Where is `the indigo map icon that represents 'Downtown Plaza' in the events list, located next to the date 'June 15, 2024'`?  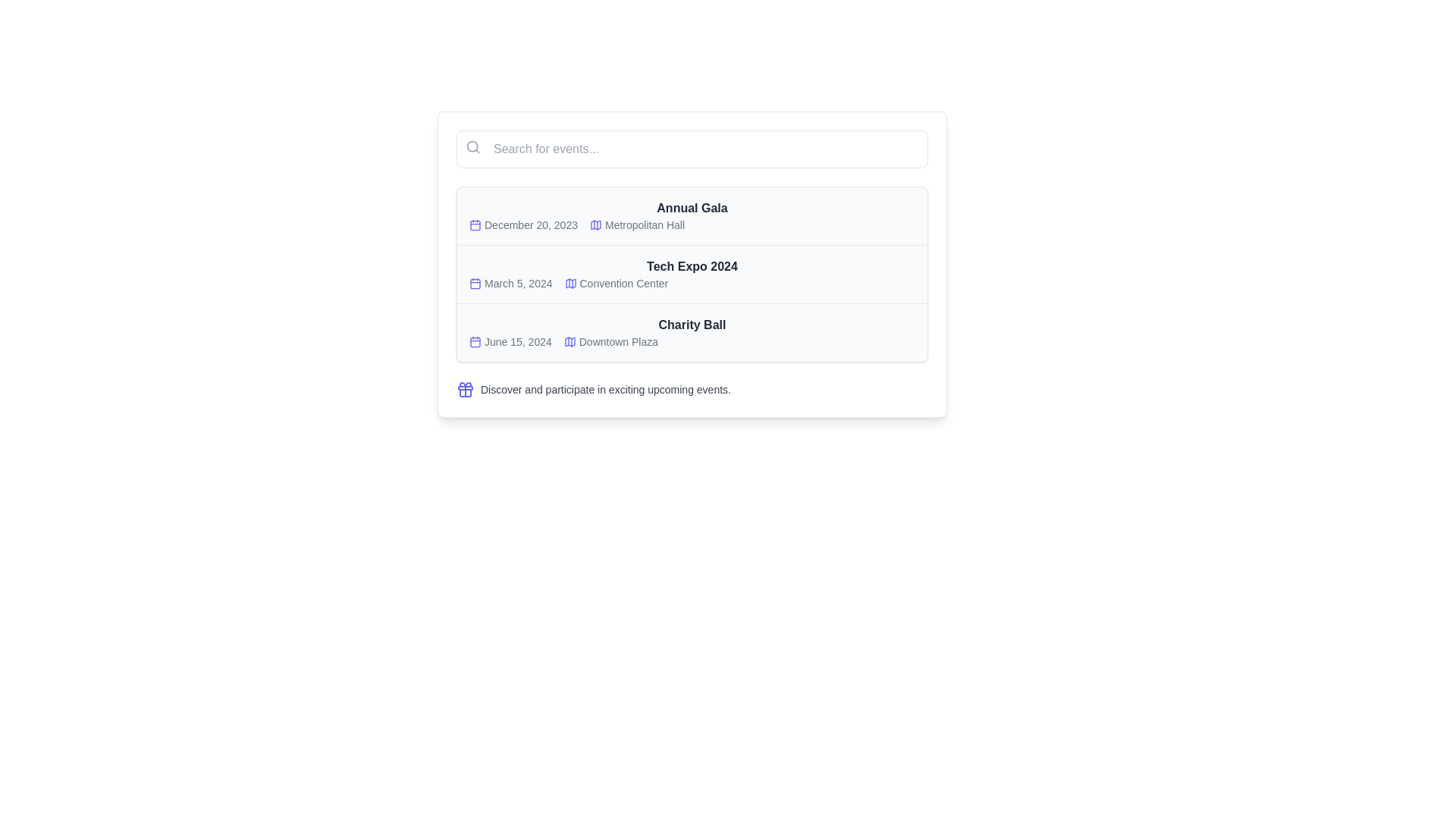 the indigo map icon that represents 'Downtown Plaza' in the events list, located next to the date 'June 15, 2024' is located at coordinates (569, 342).